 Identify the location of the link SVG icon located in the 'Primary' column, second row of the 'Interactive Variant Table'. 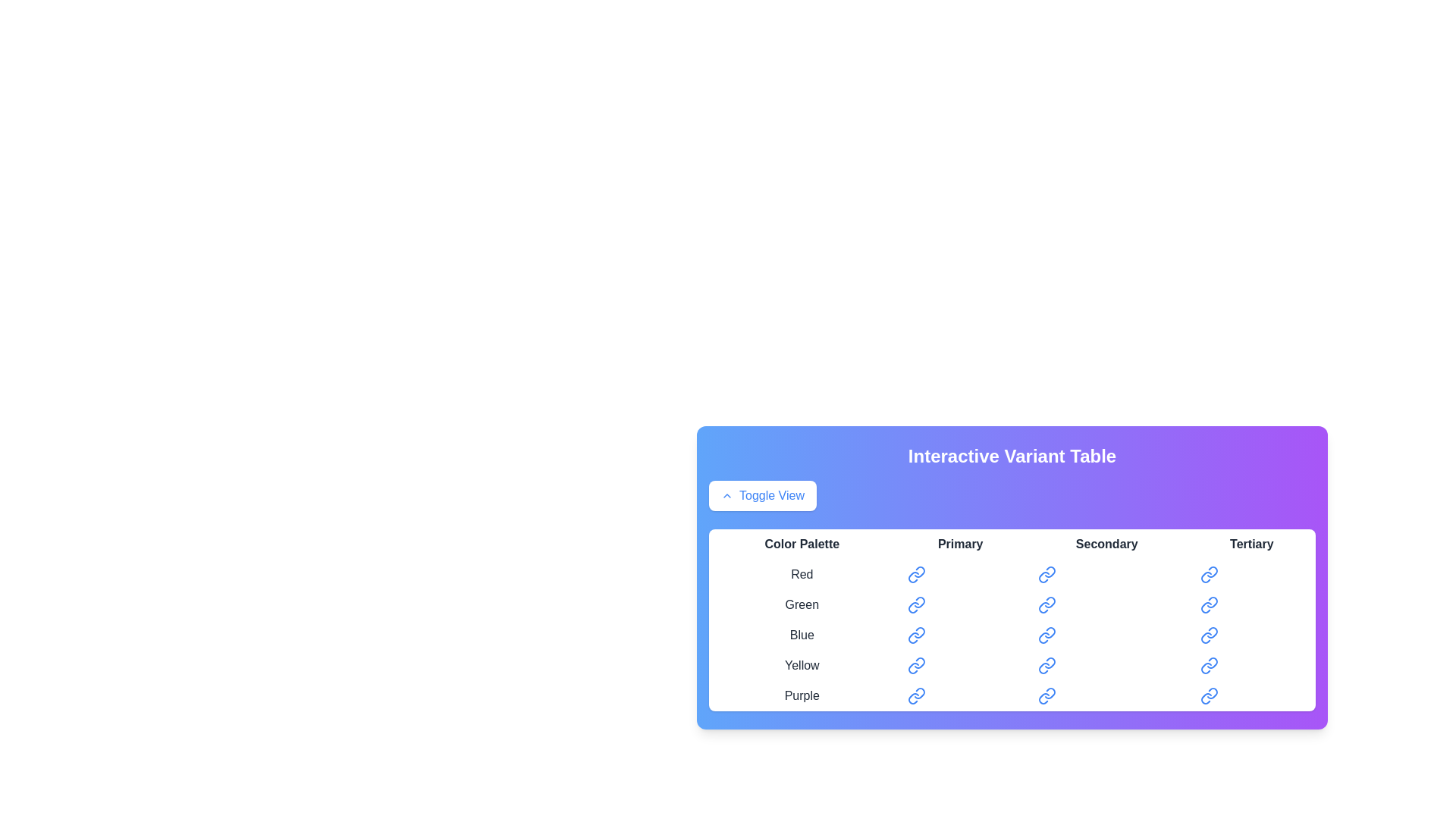
(915, 604).